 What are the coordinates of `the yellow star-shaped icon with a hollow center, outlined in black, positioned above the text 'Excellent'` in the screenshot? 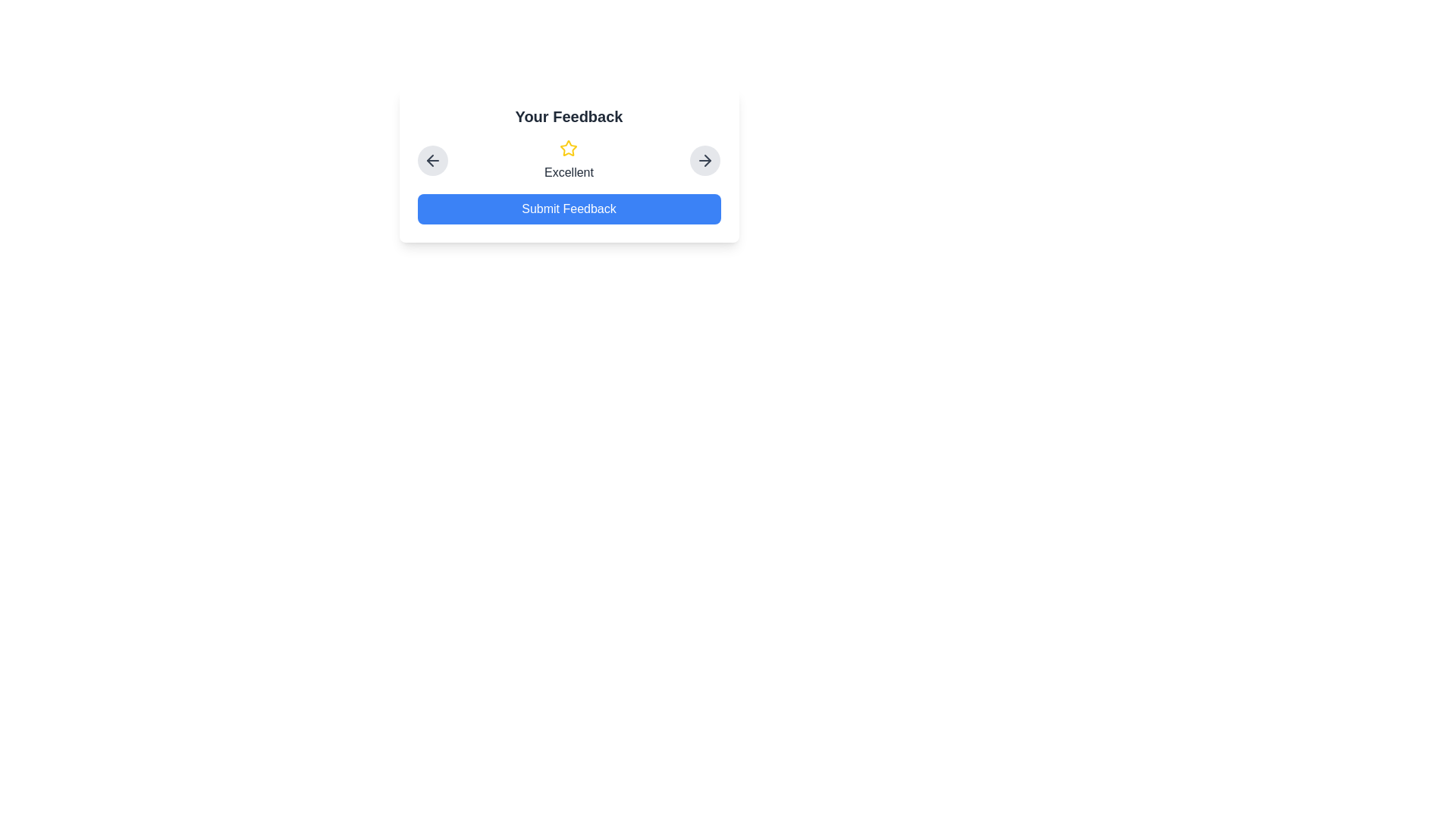 It's located at (568, 149).